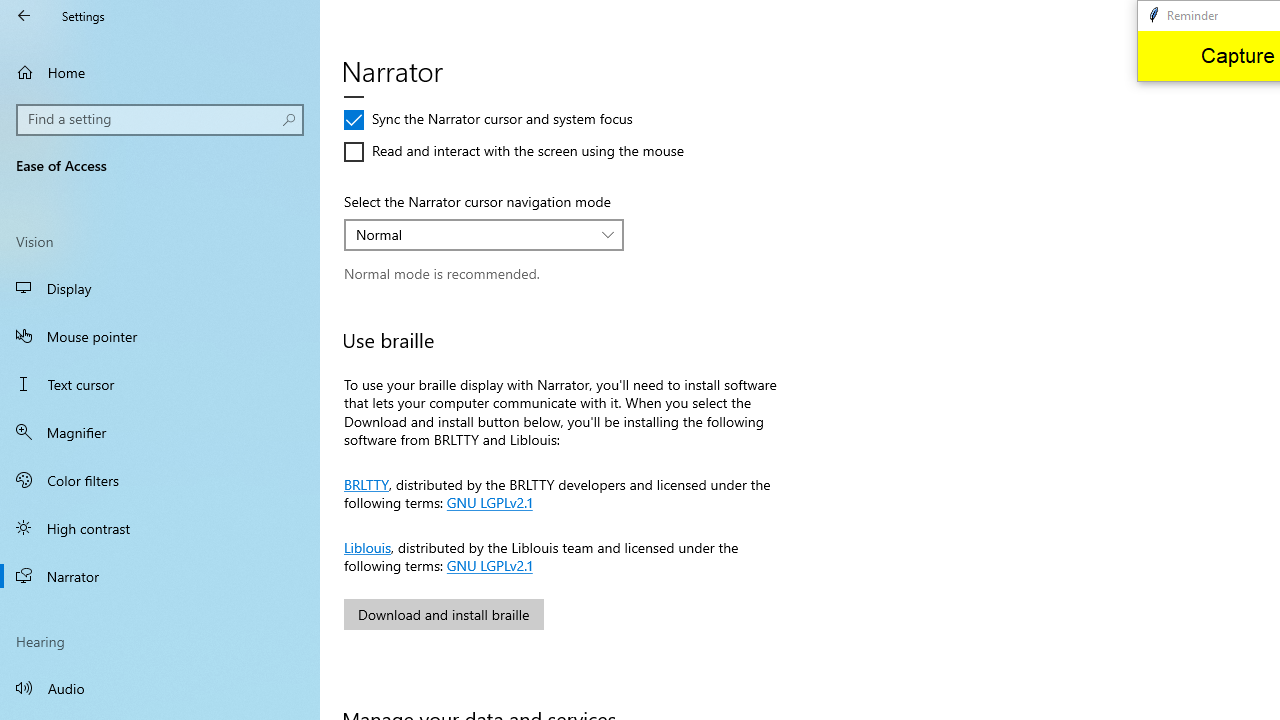 The height and width of the screenshot is (720, 1280). What do you see at coordinates (160, 527) in the screenshot?
I see `'High contrast'` at bounding box center [160, 527].